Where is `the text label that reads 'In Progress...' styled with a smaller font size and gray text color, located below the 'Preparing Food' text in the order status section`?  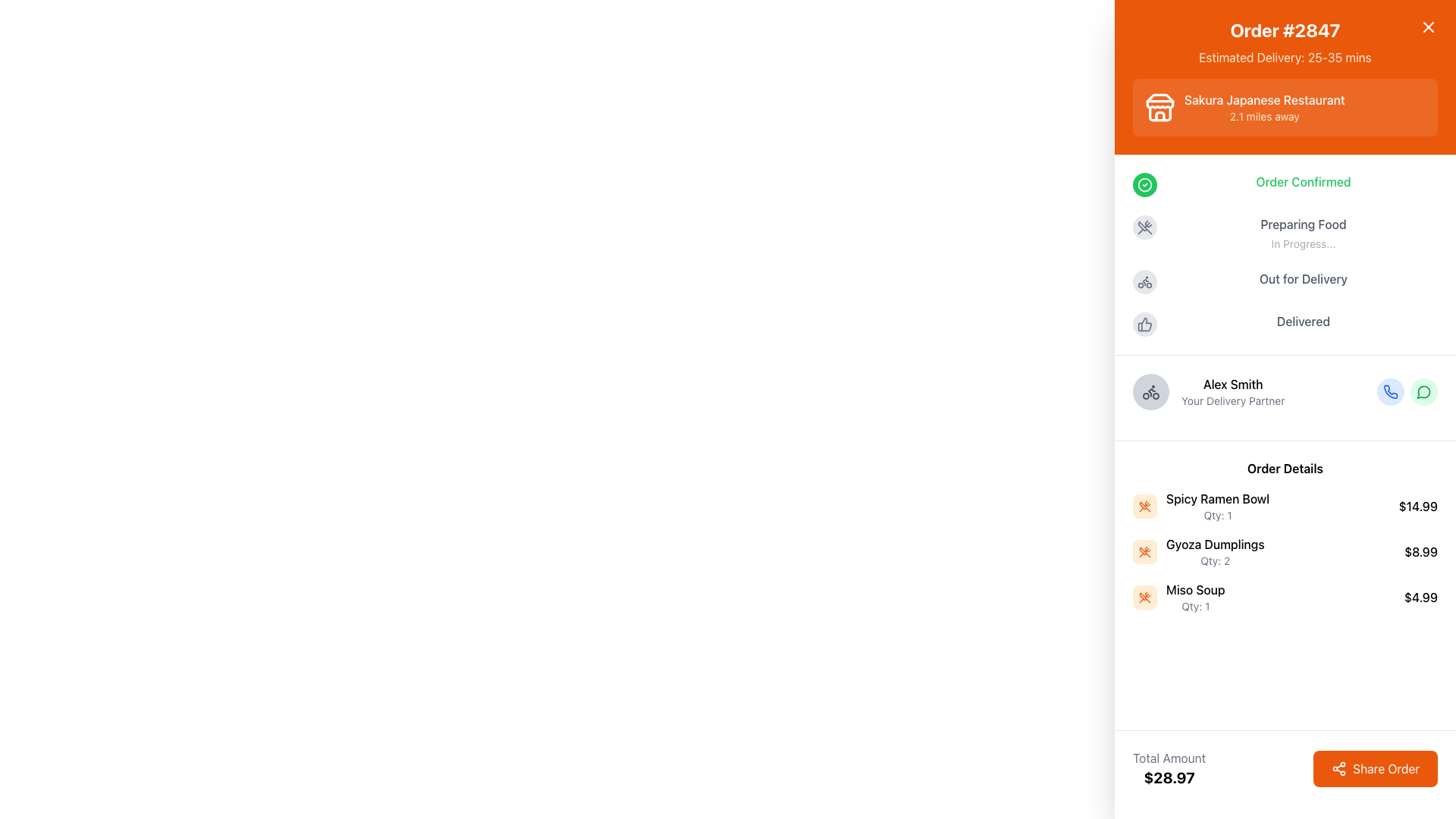 the text label that reads 'In Progress...' styled with a smaller font size and gray text color, located below the 'Preparing Food' text in the order status section is located at coordinates (1302, 243).